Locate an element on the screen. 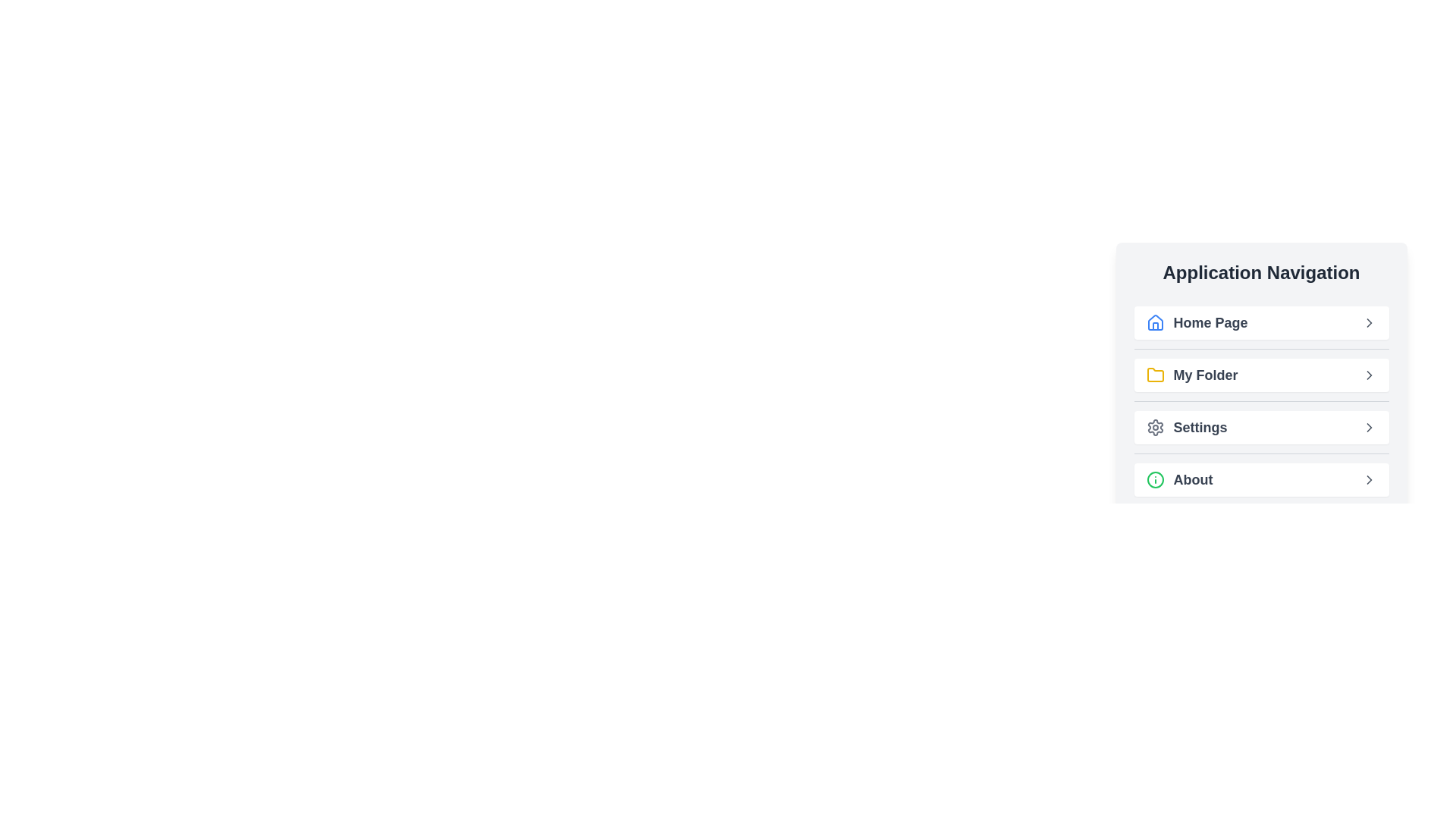  the 'Settings' text label in the application navigation panel is located at coordinates (1200, 427).